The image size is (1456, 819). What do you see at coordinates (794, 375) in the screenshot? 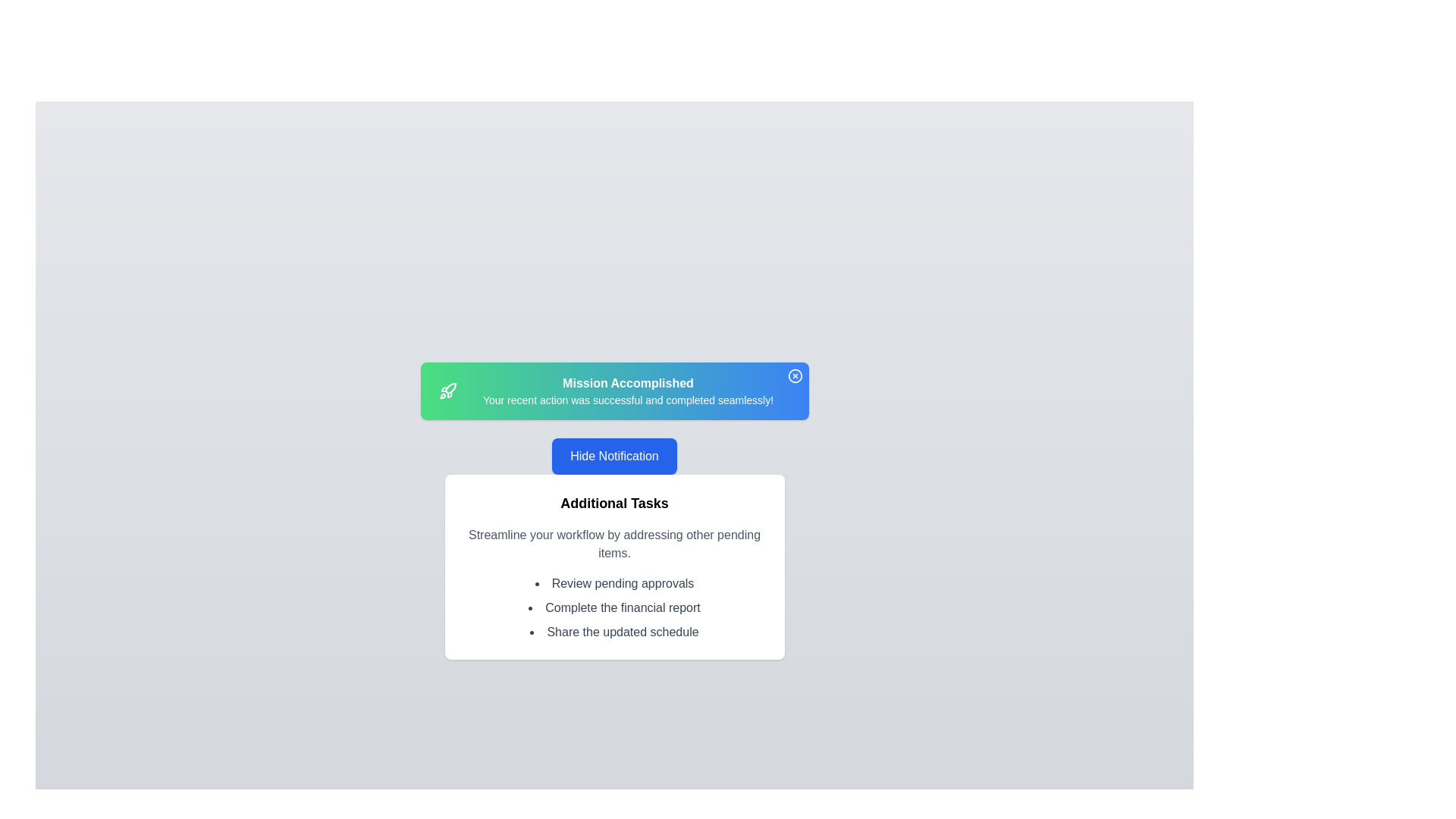
I see `the close button of the notification bar to hide it` at bounding box center [794, 375].